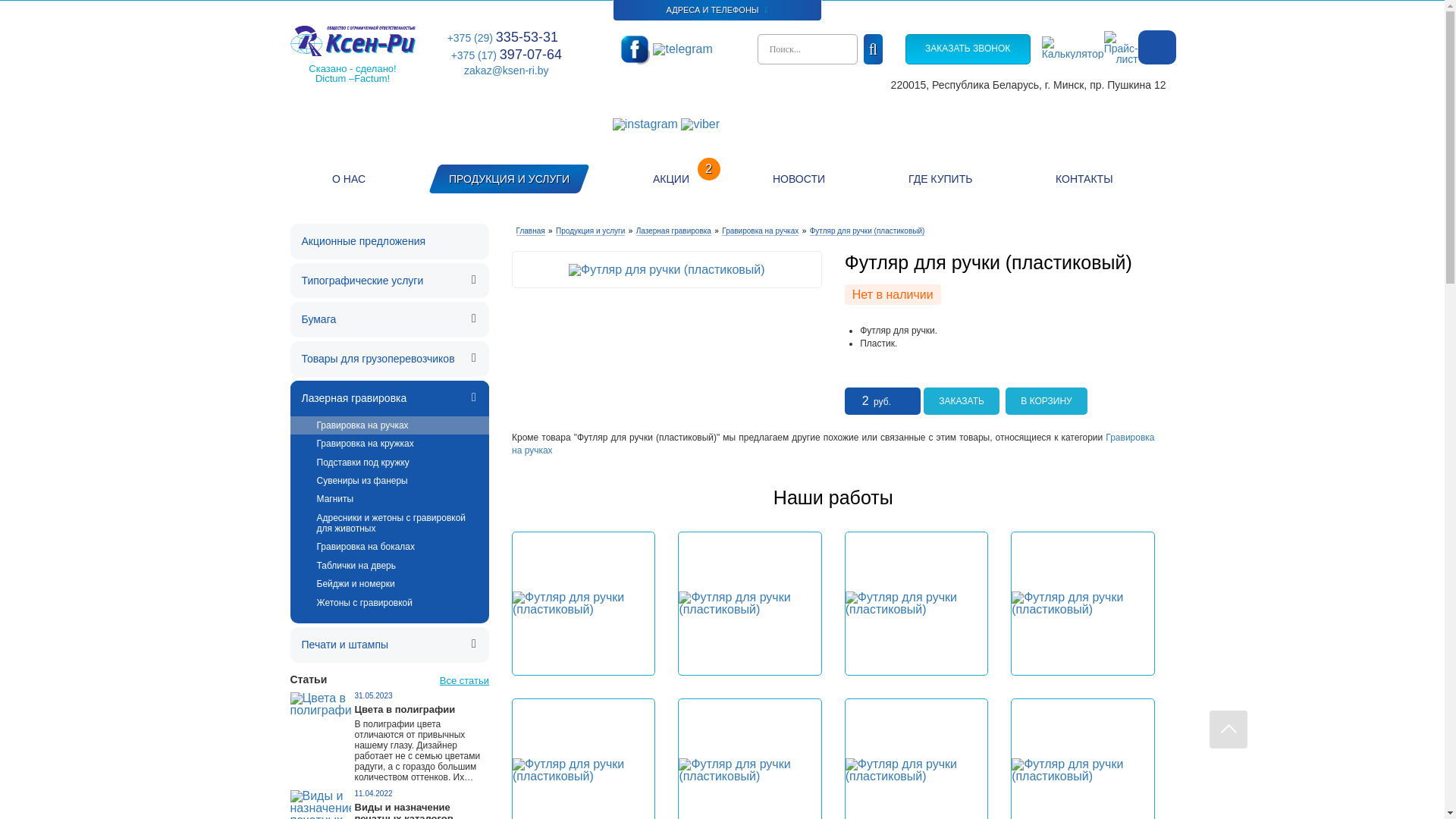 The width and height of the screenshot is (1456, 819). What do you see at coordinates (507, 54) in the screenshot?
I see `'+375 (17) 397-07-64'` at bounding box center [507, 54].